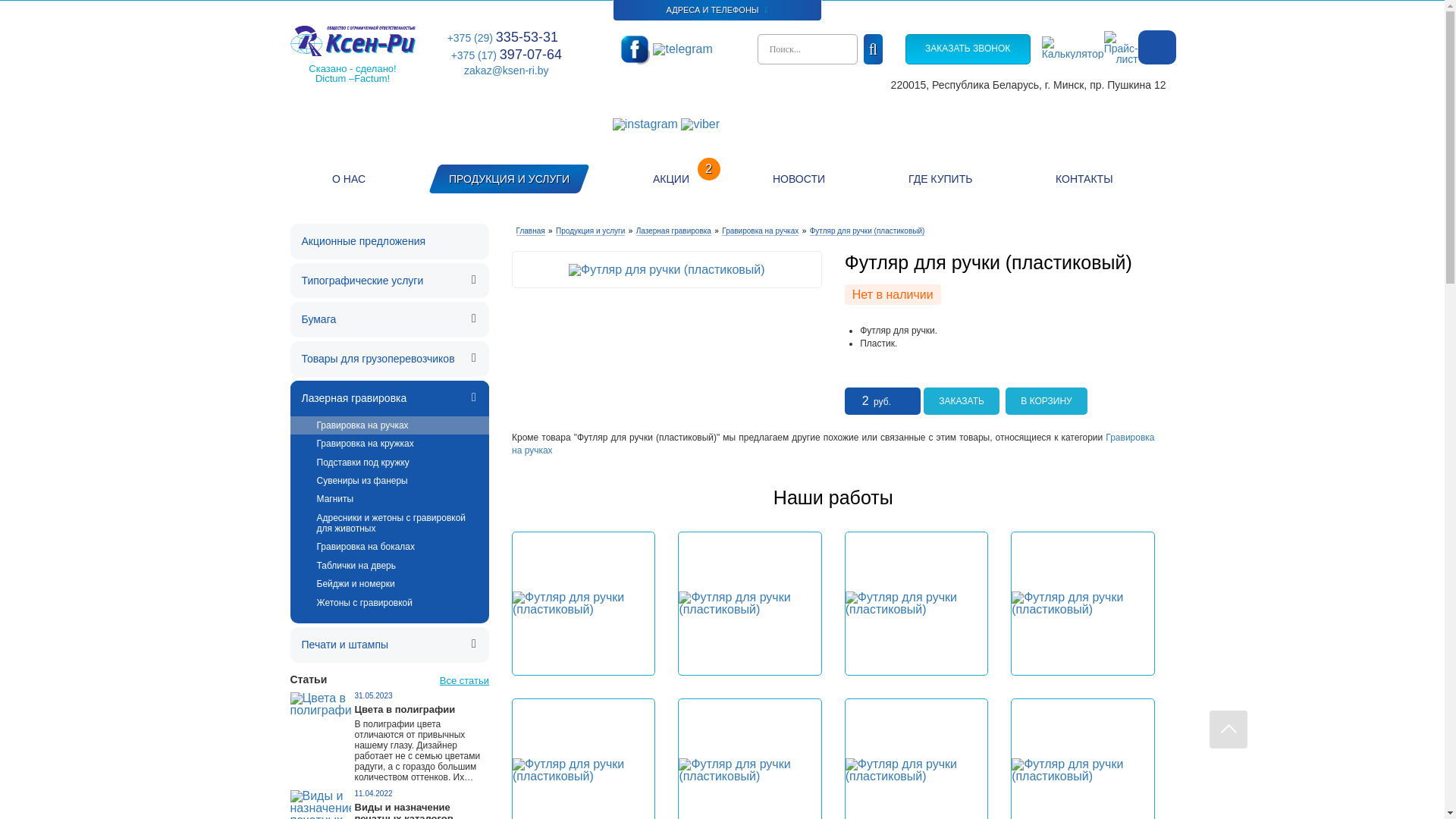 The width and height of the screenshot is (1456, 819). What do you see at coordinates (507, 54) in the screenshot?
I see `'+375 (17) 397-07-64'` at bounding box center [507, 54].